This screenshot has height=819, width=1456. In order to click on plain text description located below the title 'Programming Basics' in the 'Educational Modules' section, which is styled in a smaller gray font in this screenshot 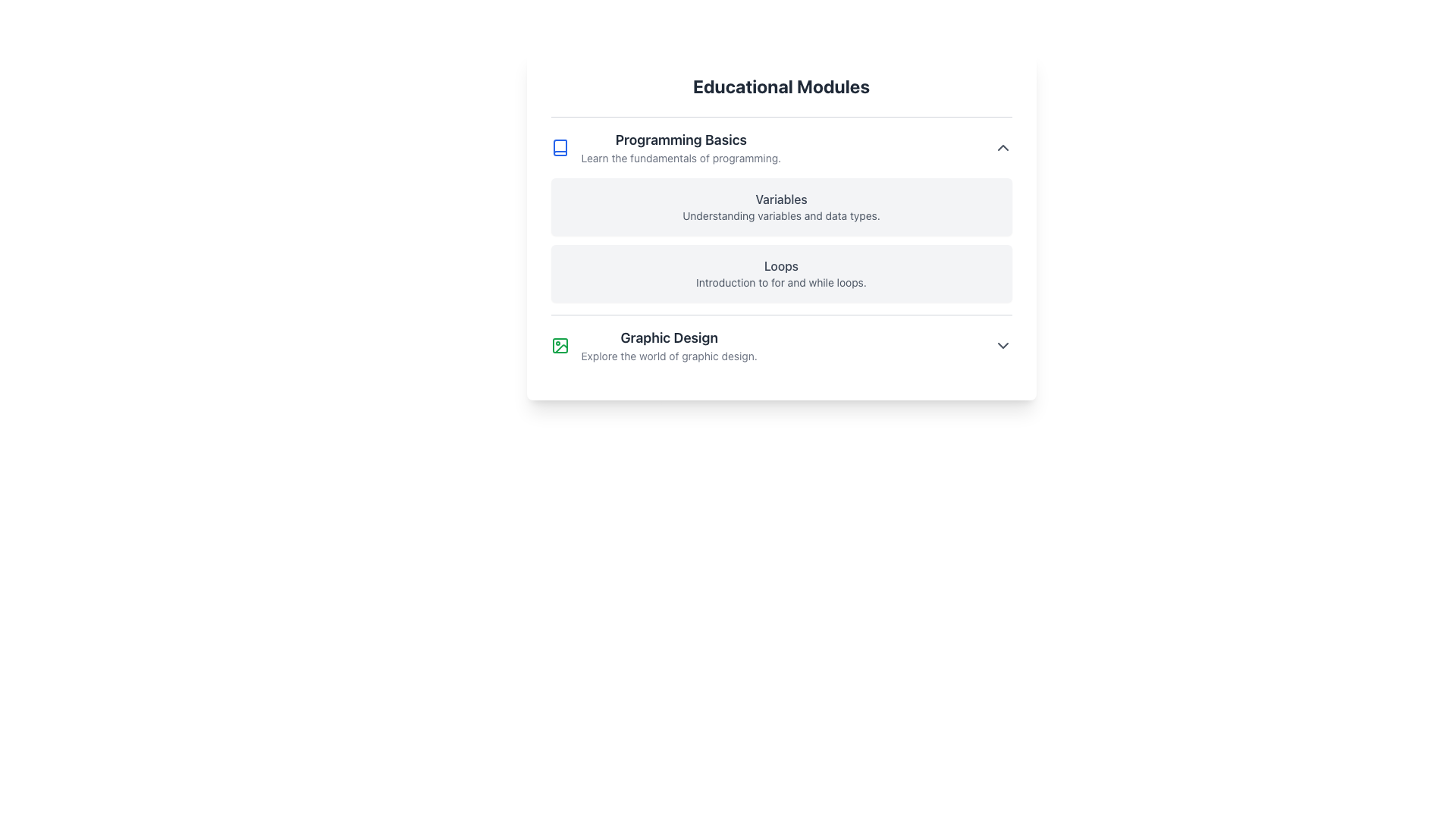, I will do `click(680, 158)`.